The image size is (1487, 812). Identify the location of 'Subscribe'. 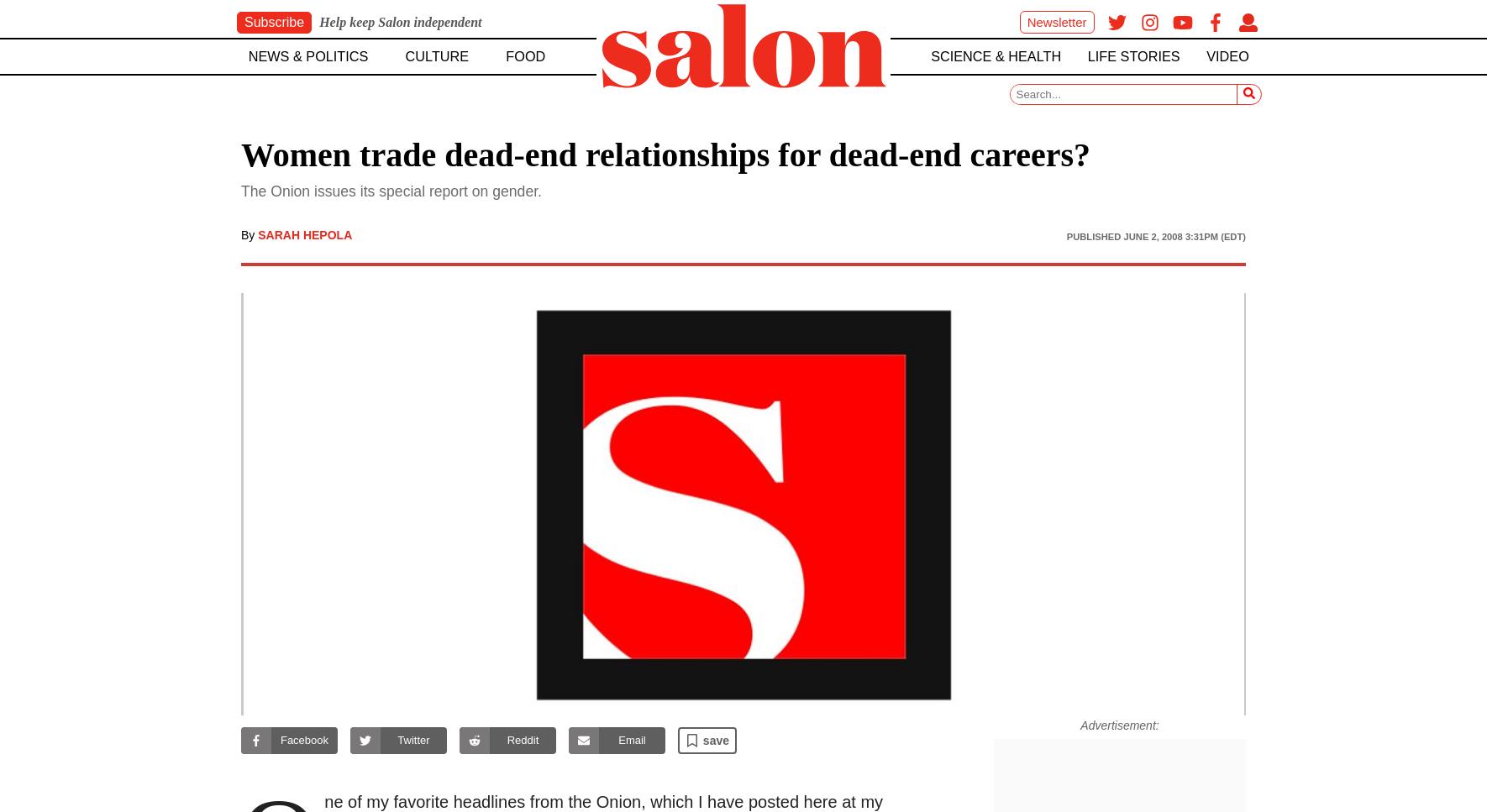
(244, 22).